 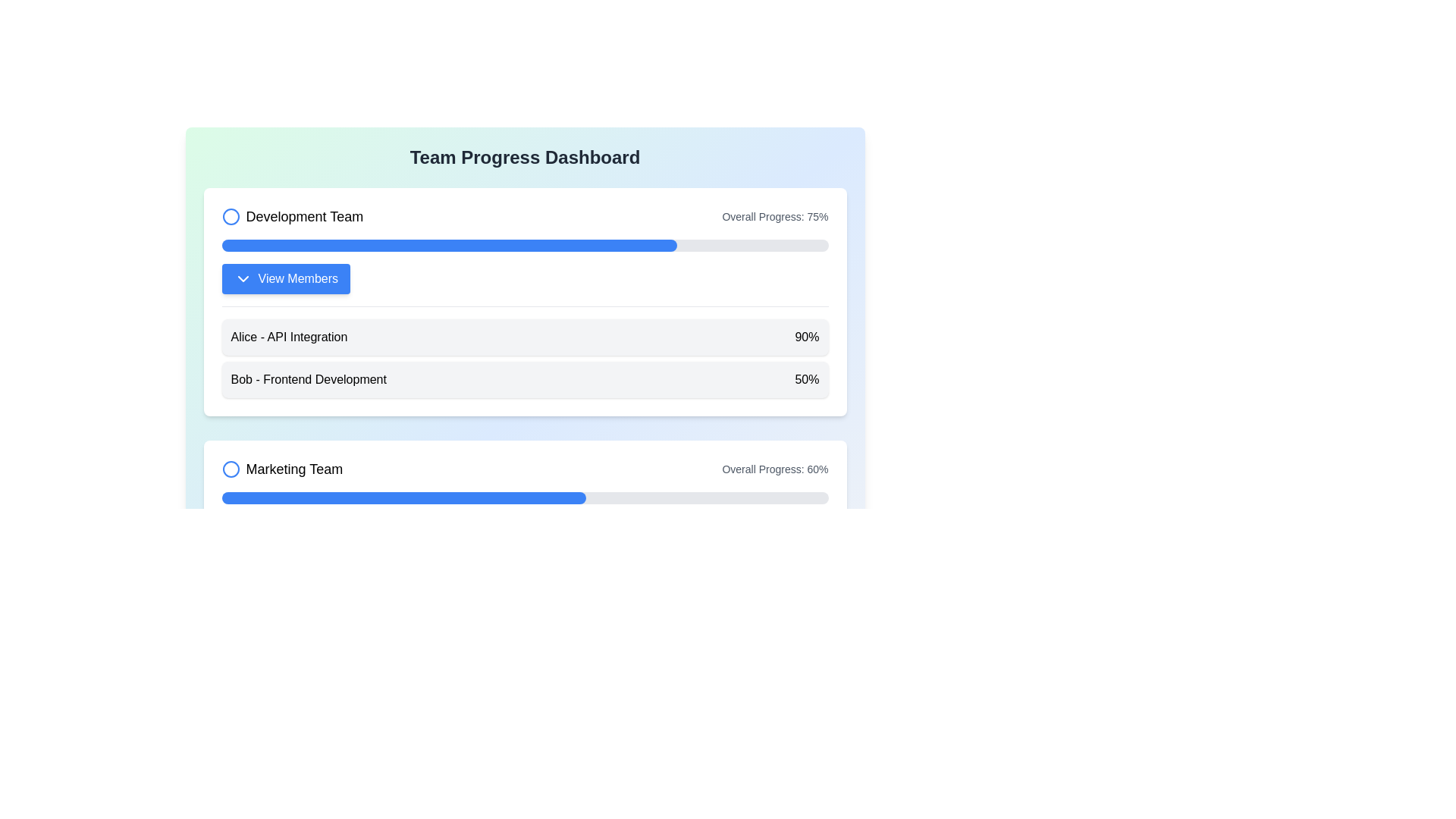 I want to click on the progress bar located at the center of the 'Development Team' section, so click(x=525, y=245).